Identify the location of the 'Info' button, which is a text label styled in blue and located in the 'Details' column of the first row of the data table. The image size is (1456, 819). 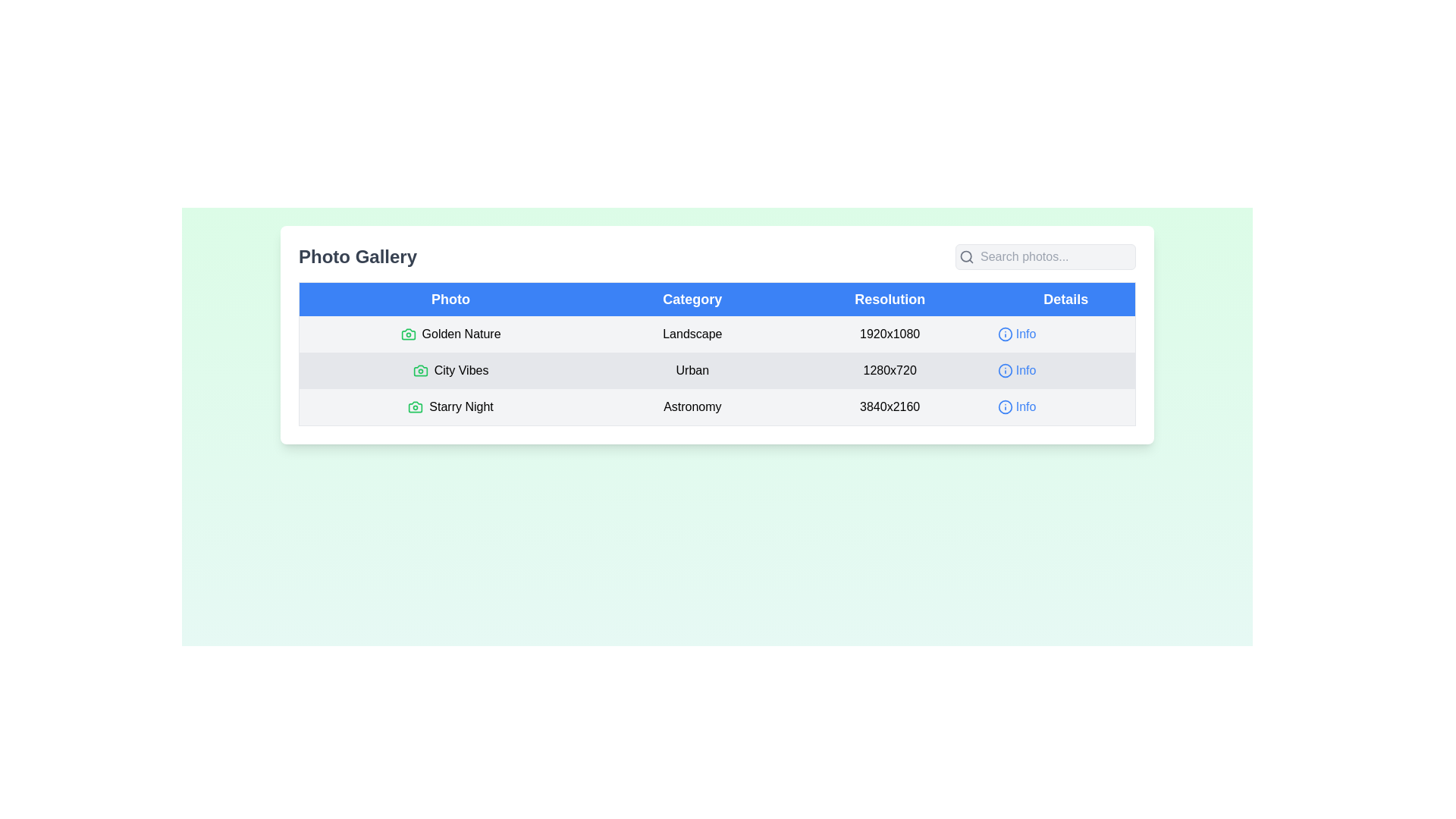
(1017, 333).